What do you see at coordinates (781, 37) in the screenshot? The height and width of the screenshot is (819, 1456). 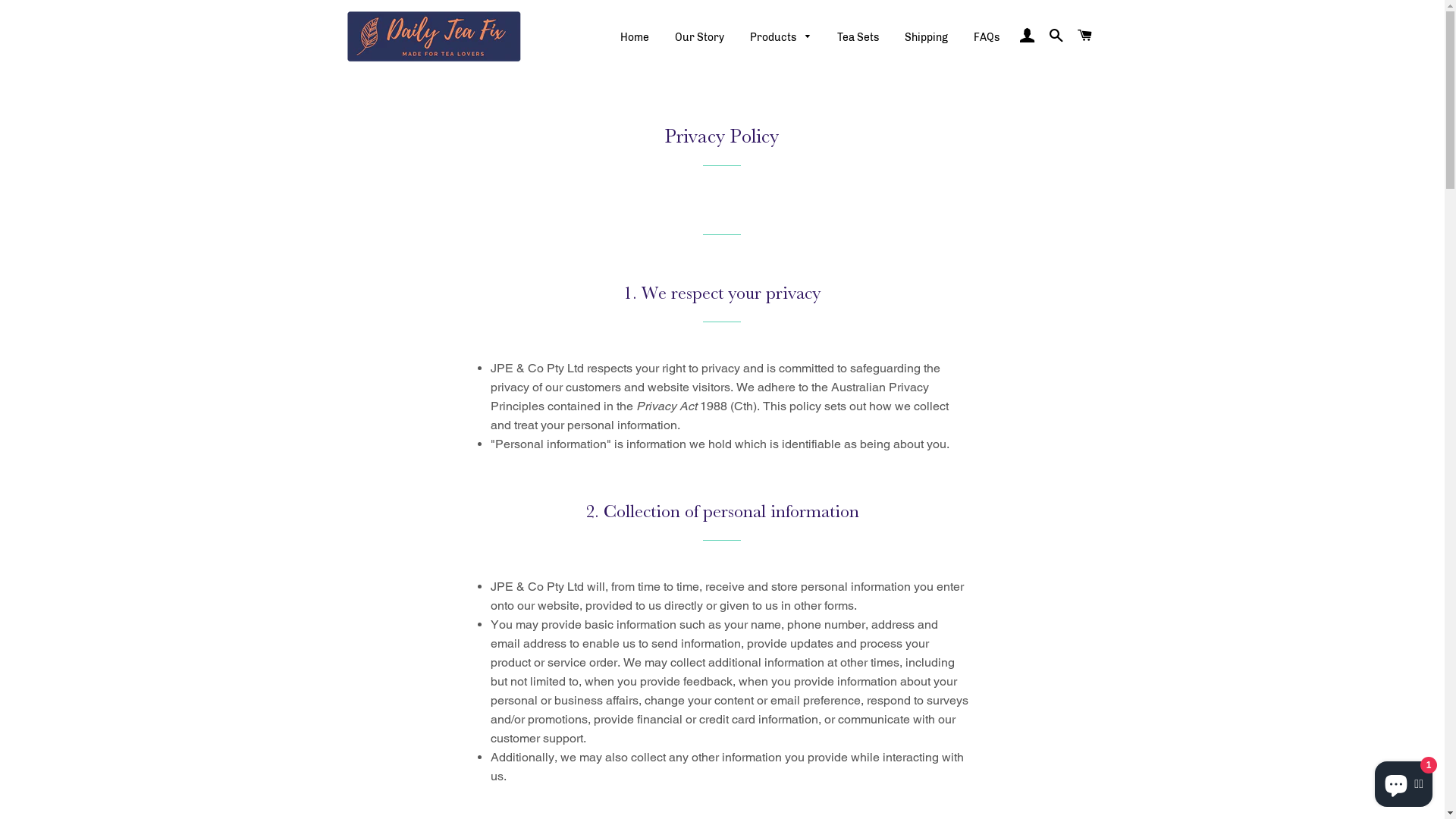 I see `'Products'` at bounding box center [781, 37].